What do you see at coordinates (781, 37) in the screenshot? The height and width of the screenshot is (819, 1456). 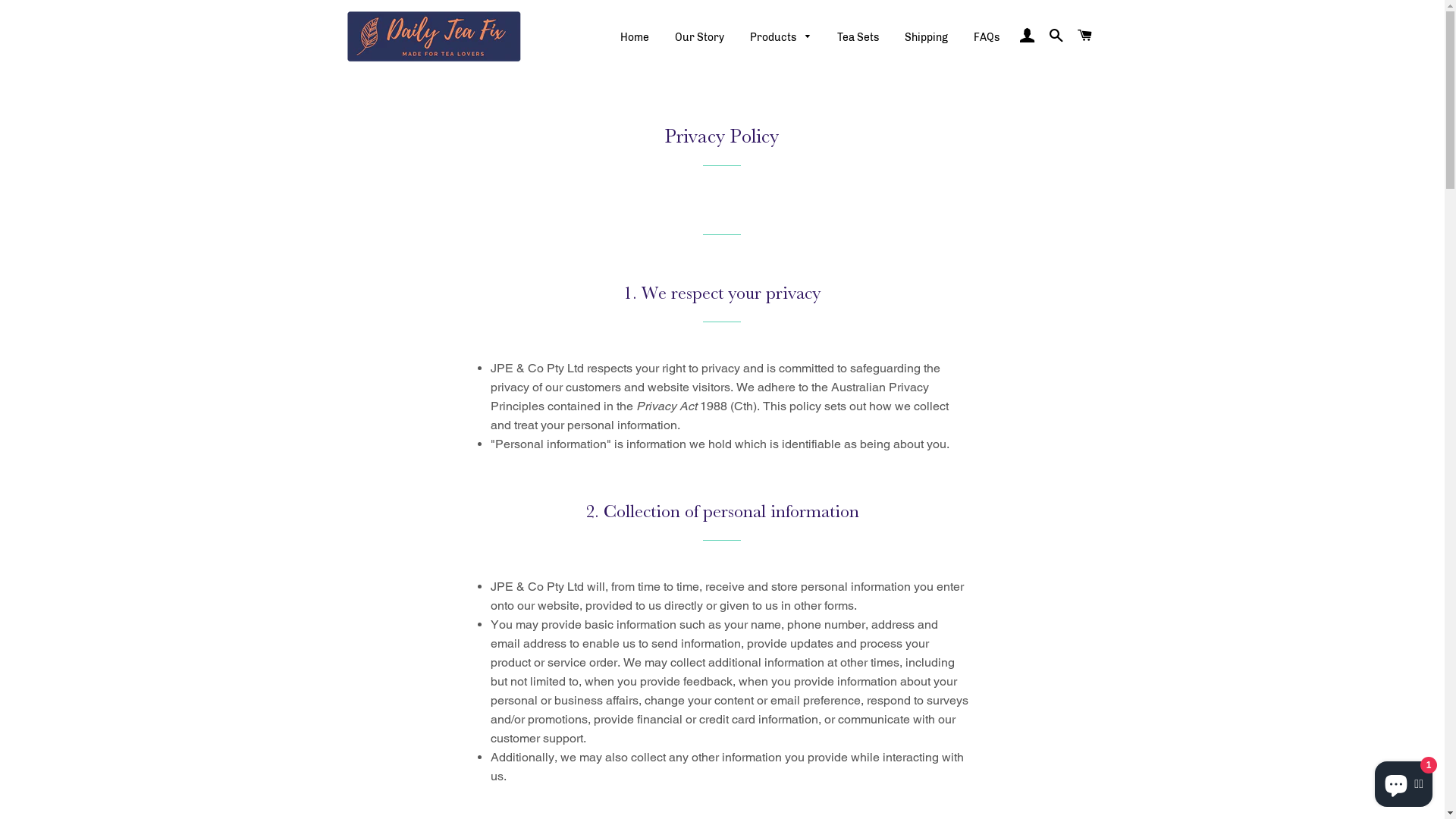 I see `'Products'` at bounding box center [781, 37].